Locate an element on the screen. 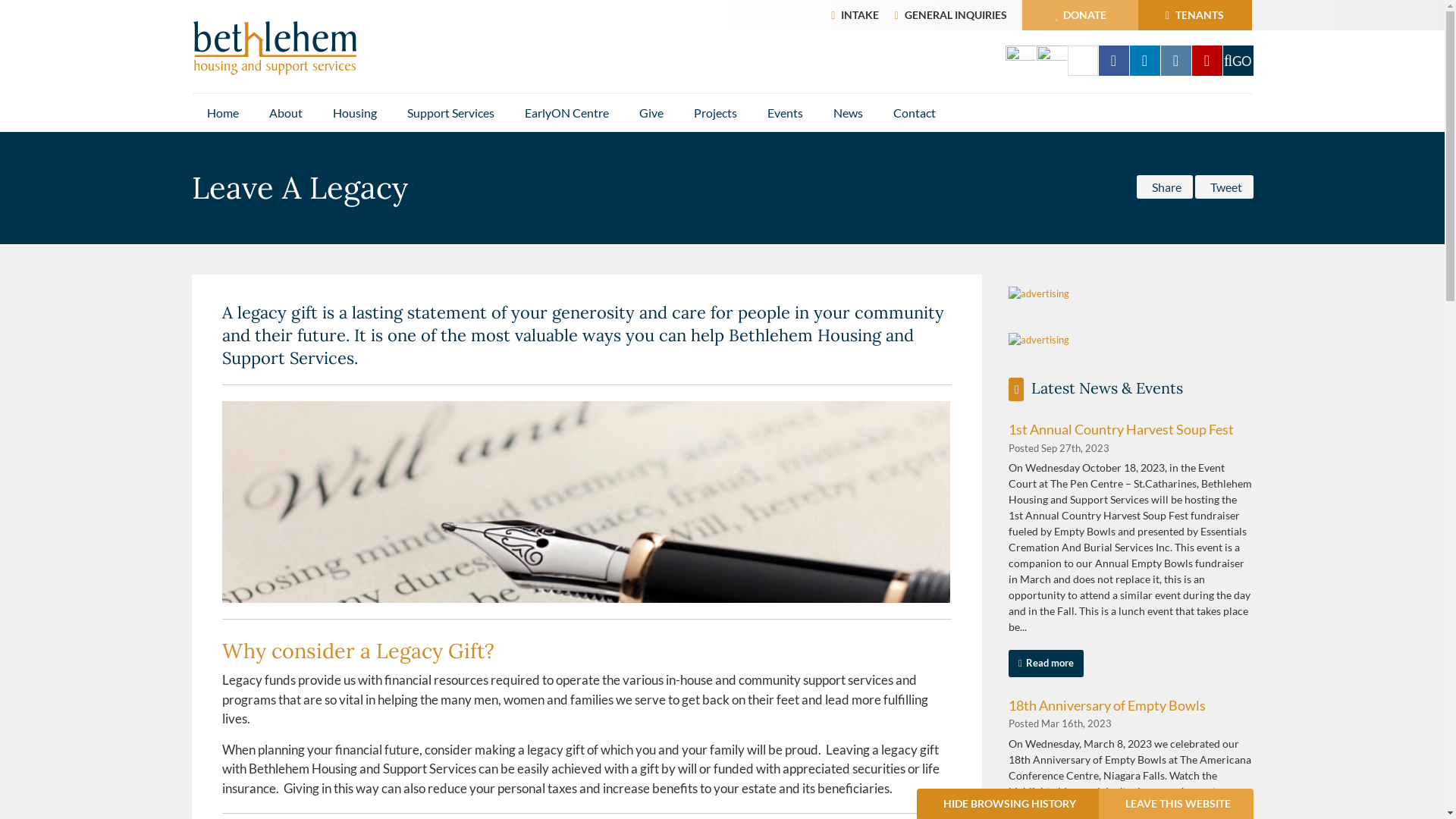 Image resolution: width=1456 pixels, height=819 pixels. 'Events' is located at coordinates (785, 112).